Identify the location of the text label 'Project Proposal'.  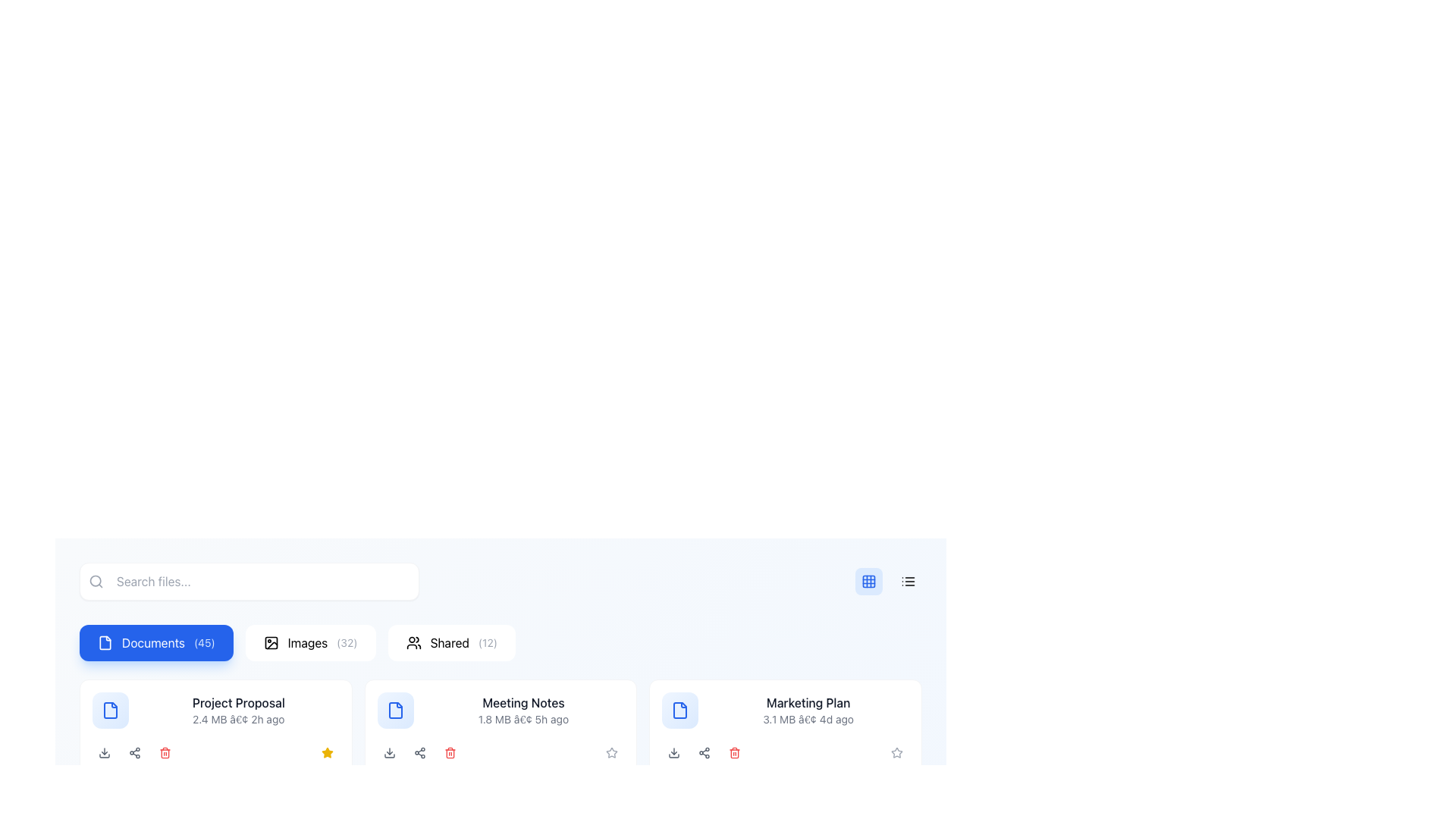
(237, 702).